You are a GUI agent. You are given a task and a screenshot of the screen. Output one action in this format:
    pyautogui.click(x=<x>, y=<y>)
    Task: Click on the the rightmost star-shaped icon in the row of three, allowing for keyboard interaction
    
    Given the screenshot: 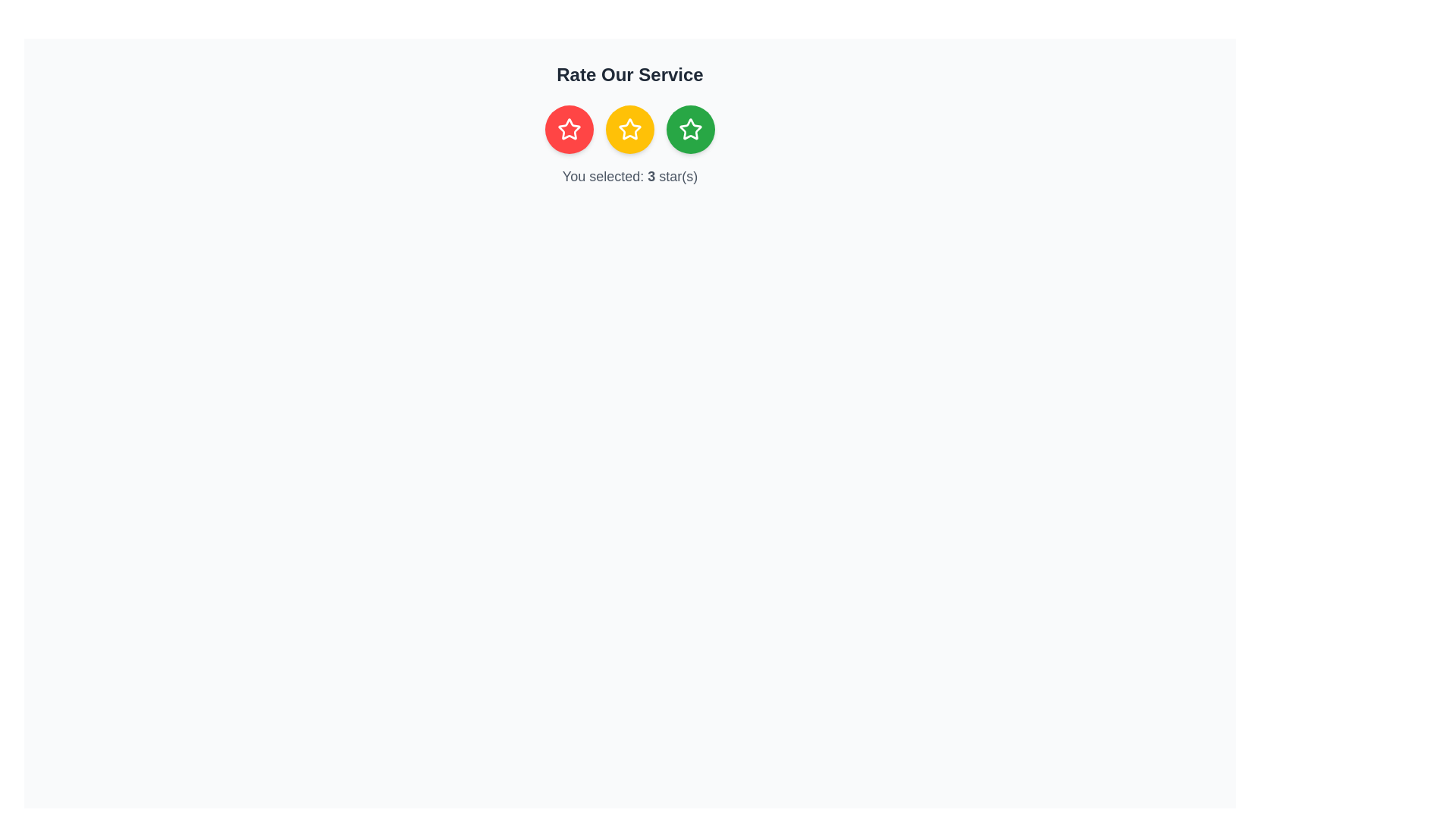 What is the action you would take?
    pyautogui.click(x=690, y=128)
    